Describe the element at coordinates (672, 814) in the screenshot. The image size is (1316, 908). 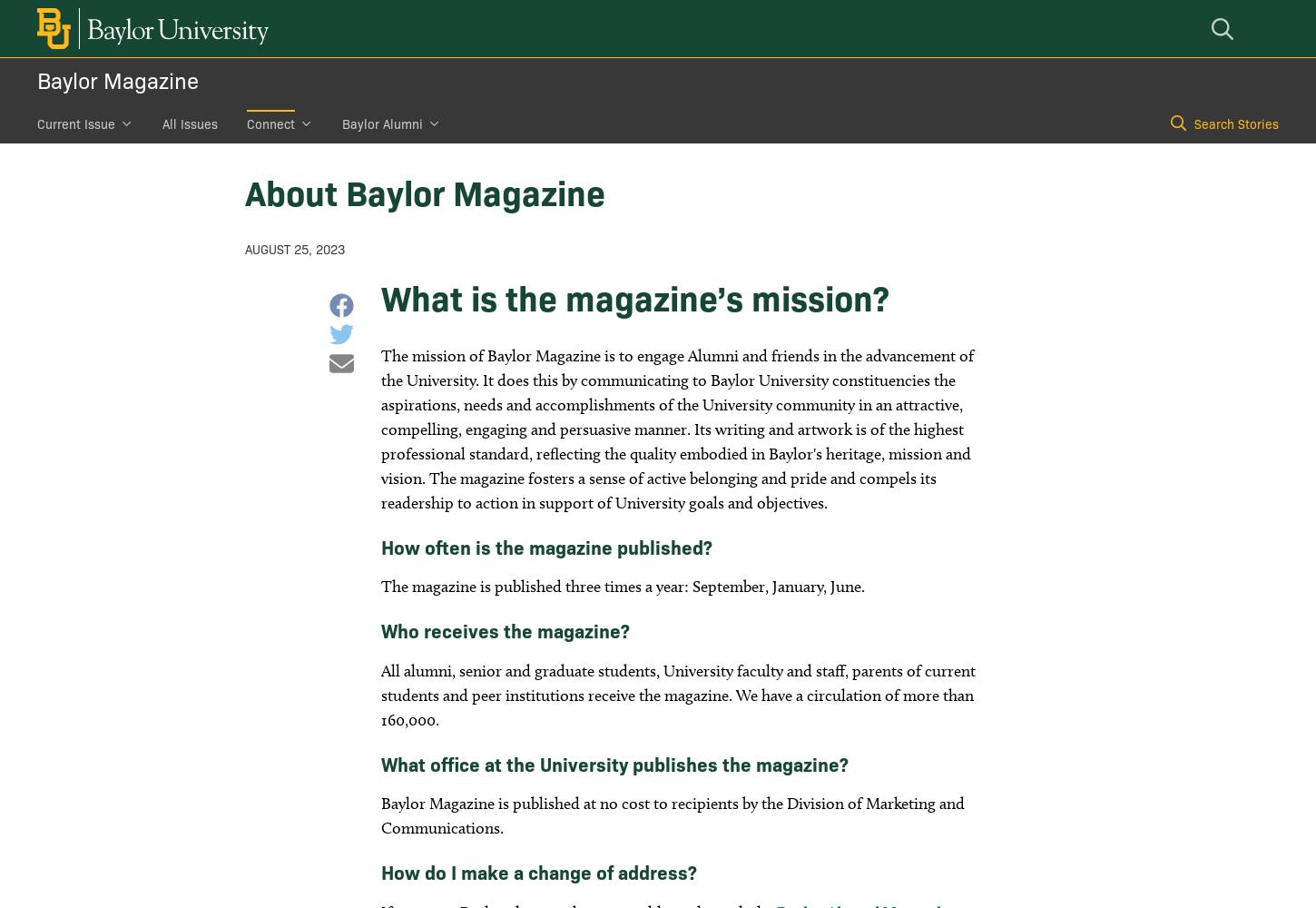
I see `'Baylor Magazine is published at no cost to recipients by the Division of Marketing and Communications.'` at that location.